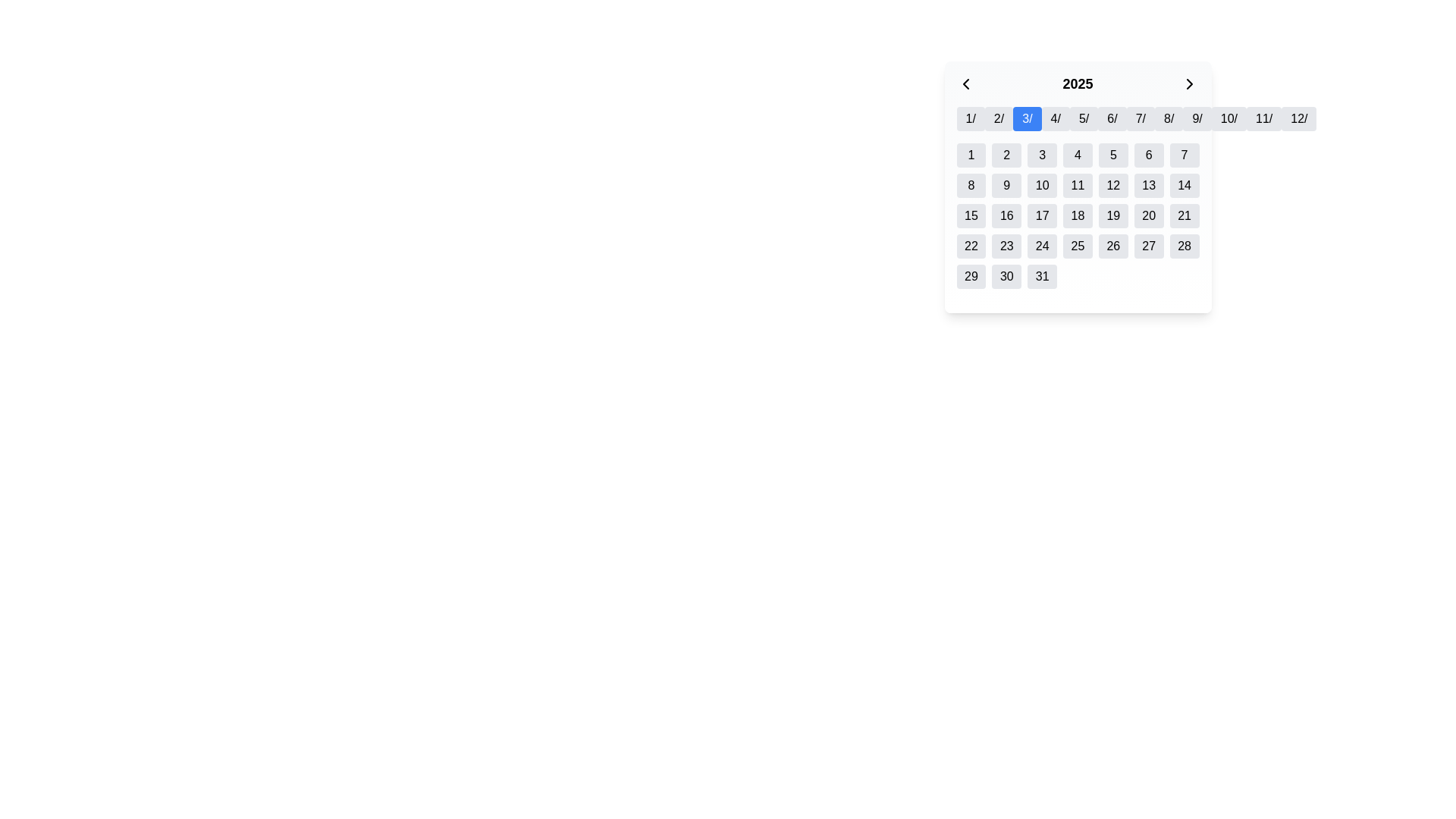 Image resolution: width=1456 pixels, height=819 pixels. Describe the element at coordinates (1184, 185) in the screenshot. I see `the small rectangular button with a light gray background and bold black text '14'` at that location.